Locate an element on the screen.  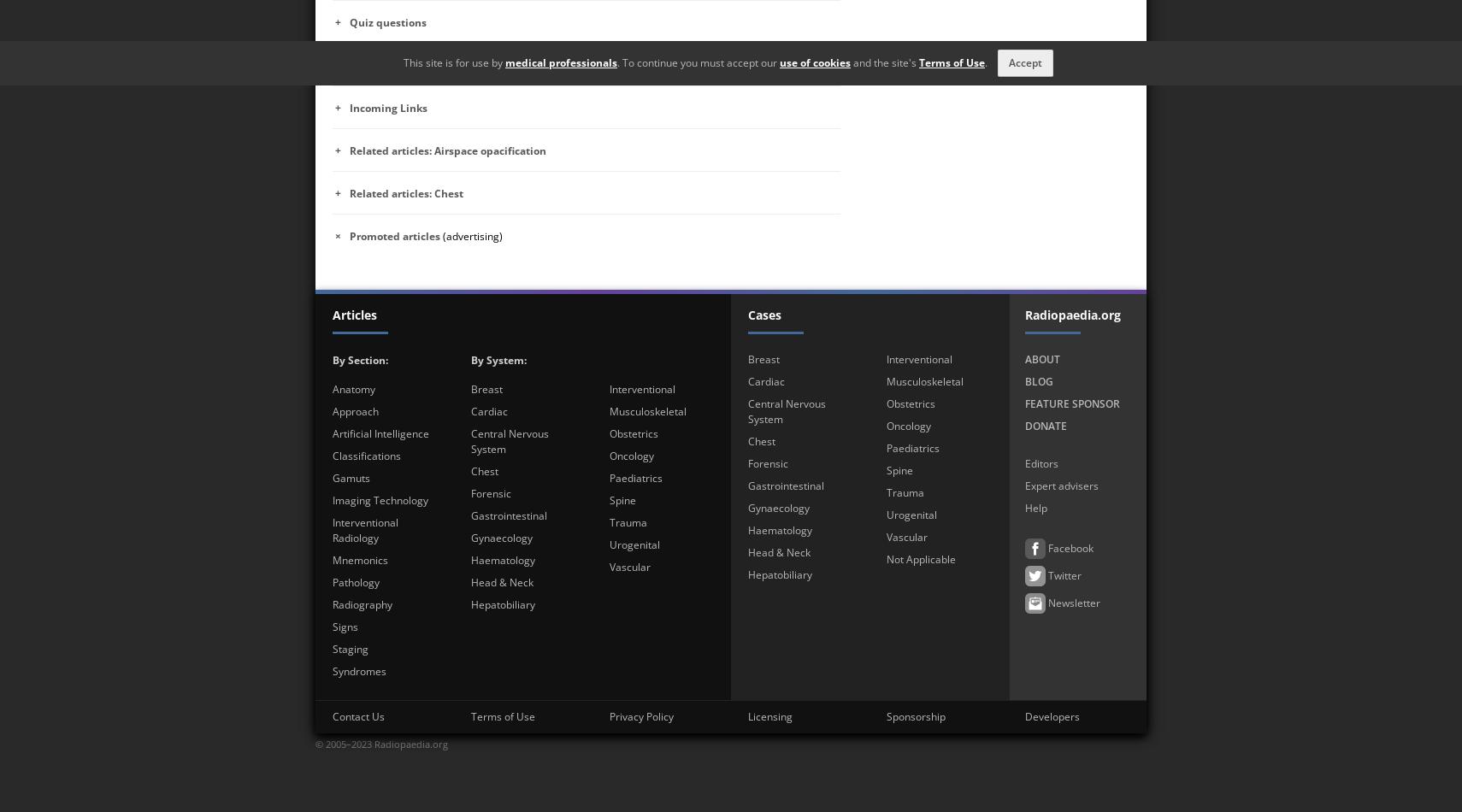
'Licensing' is located at coordinates (746, 715).